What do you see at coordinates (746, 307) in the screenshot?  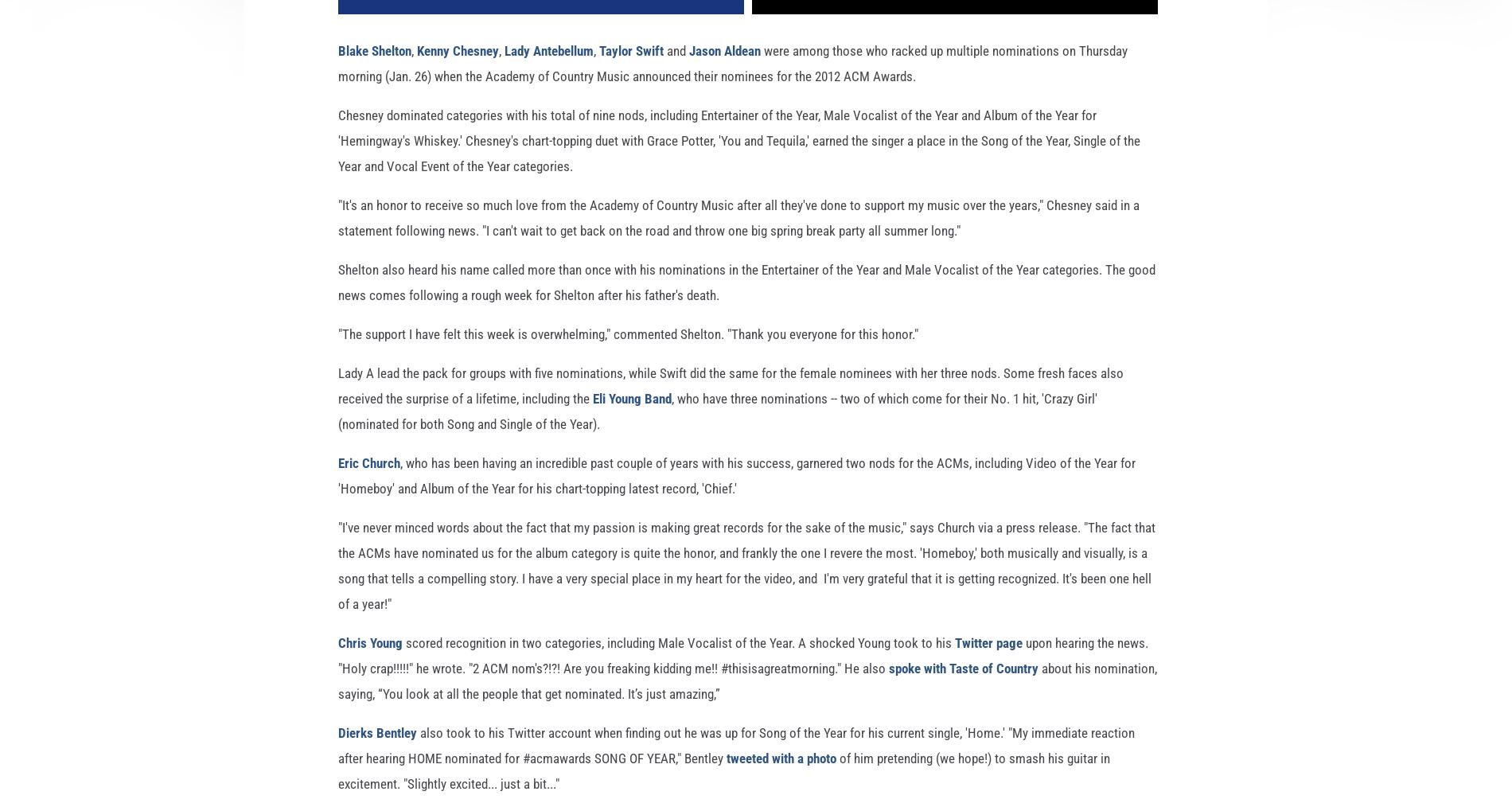 I see `'Shelton also heard his name called more than once with his nominations in the Entertainer of the Year and Male Vocalist of the Year categories. The good news comes following a rough week for Shelton after his father's death.'` at bounding box center [746, 307].